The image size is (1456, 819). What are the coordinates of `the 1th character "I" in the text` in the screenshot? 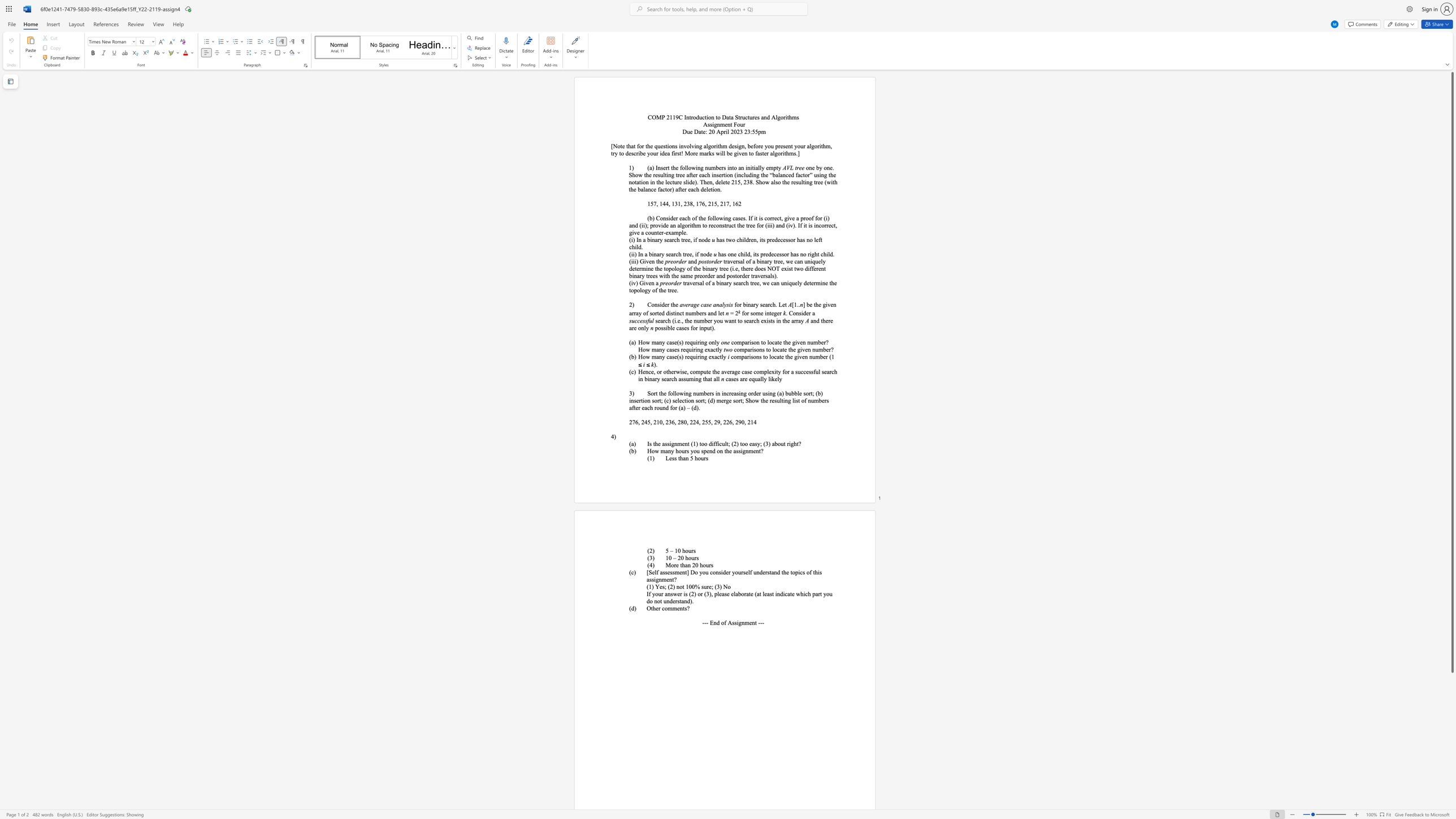 It's located at (749, 218).